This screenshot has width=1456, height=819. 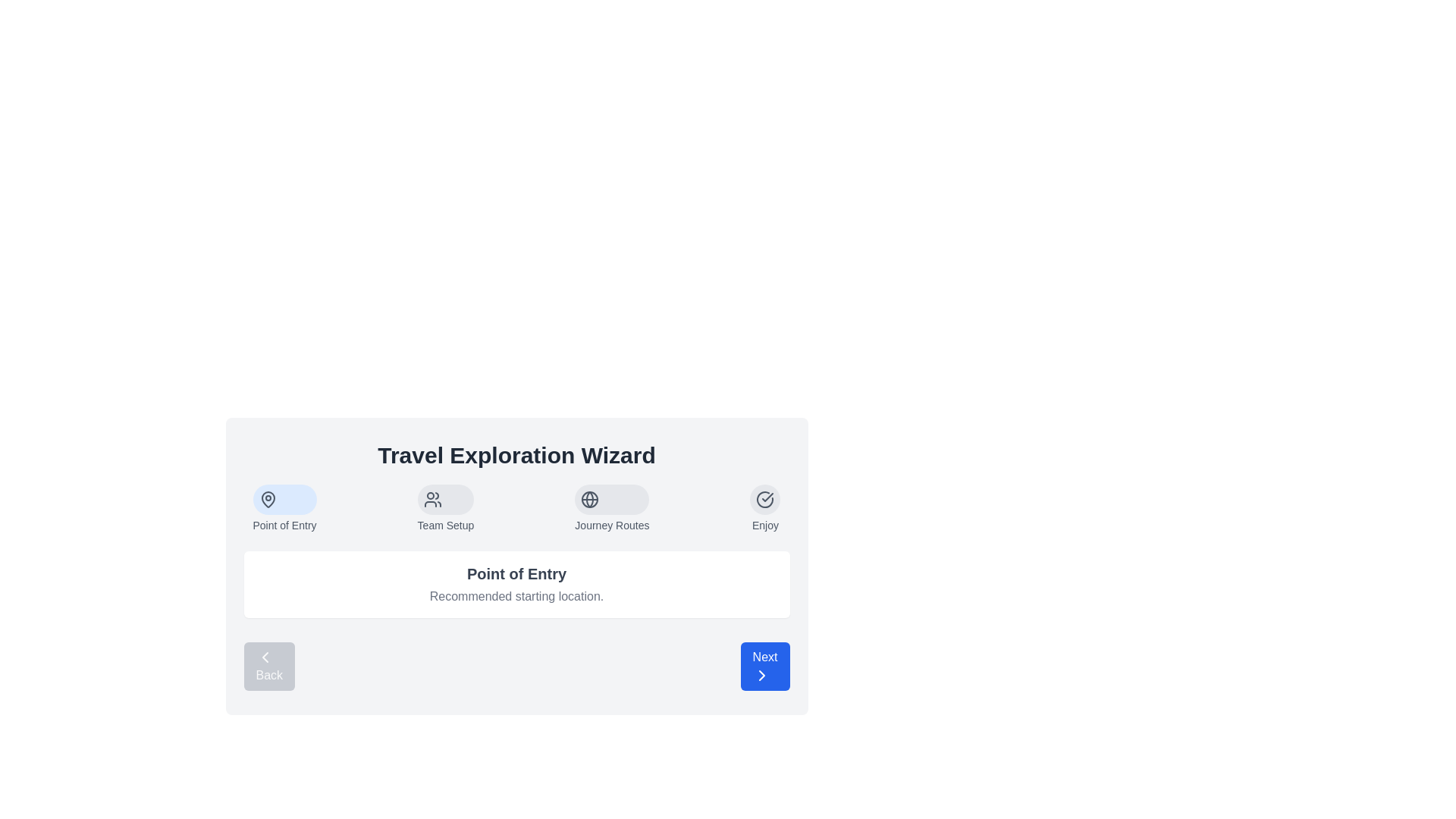 What do you see at coordinates (516, 595) in the screenshot?
I see `the text label displaying 'Recommended starting location.' located beneath the primary heading 'Point of Entry'` at bounding box center [516, 595].